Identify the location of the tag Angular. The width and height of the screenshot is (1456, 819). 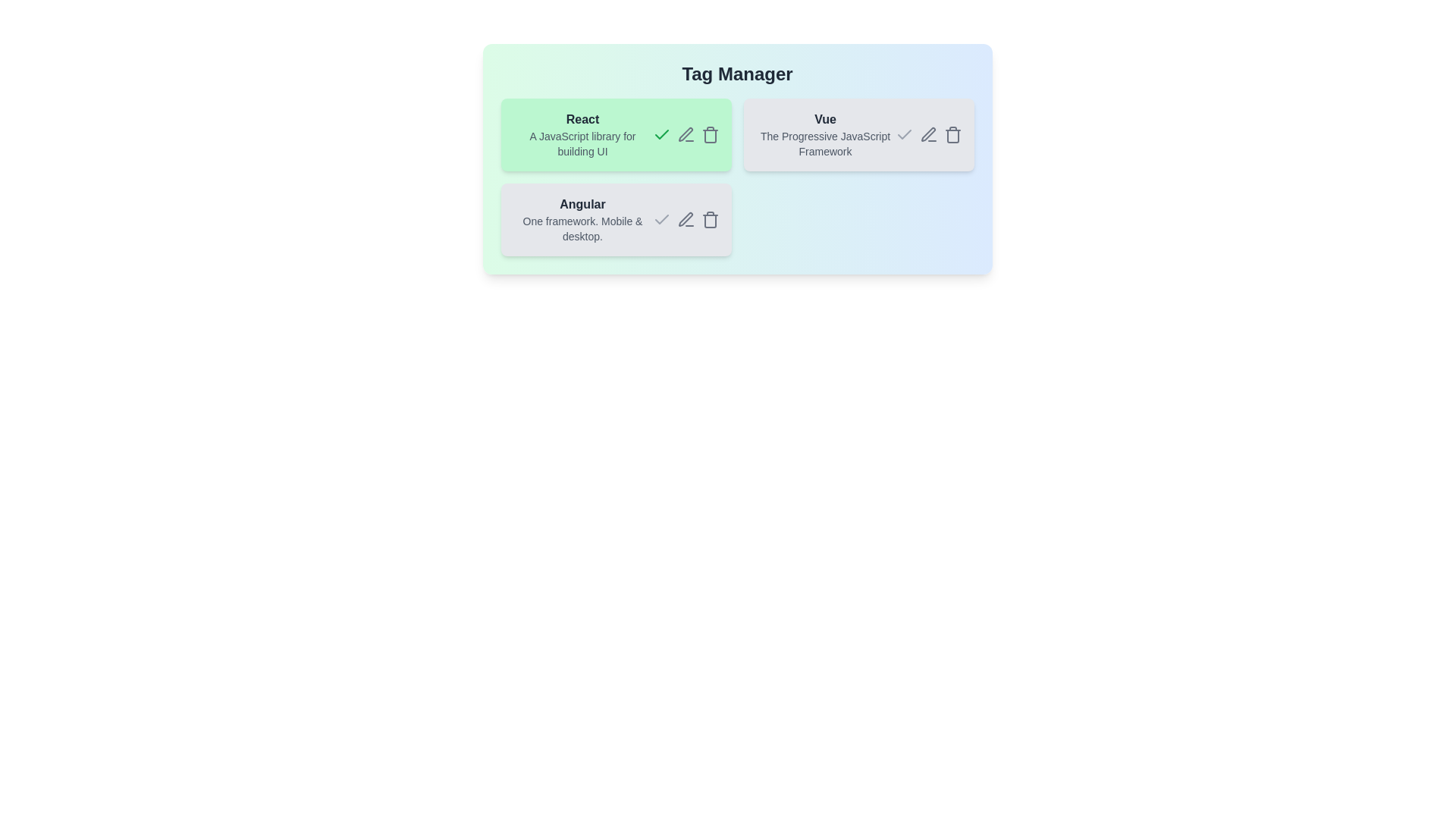
(616, 219).